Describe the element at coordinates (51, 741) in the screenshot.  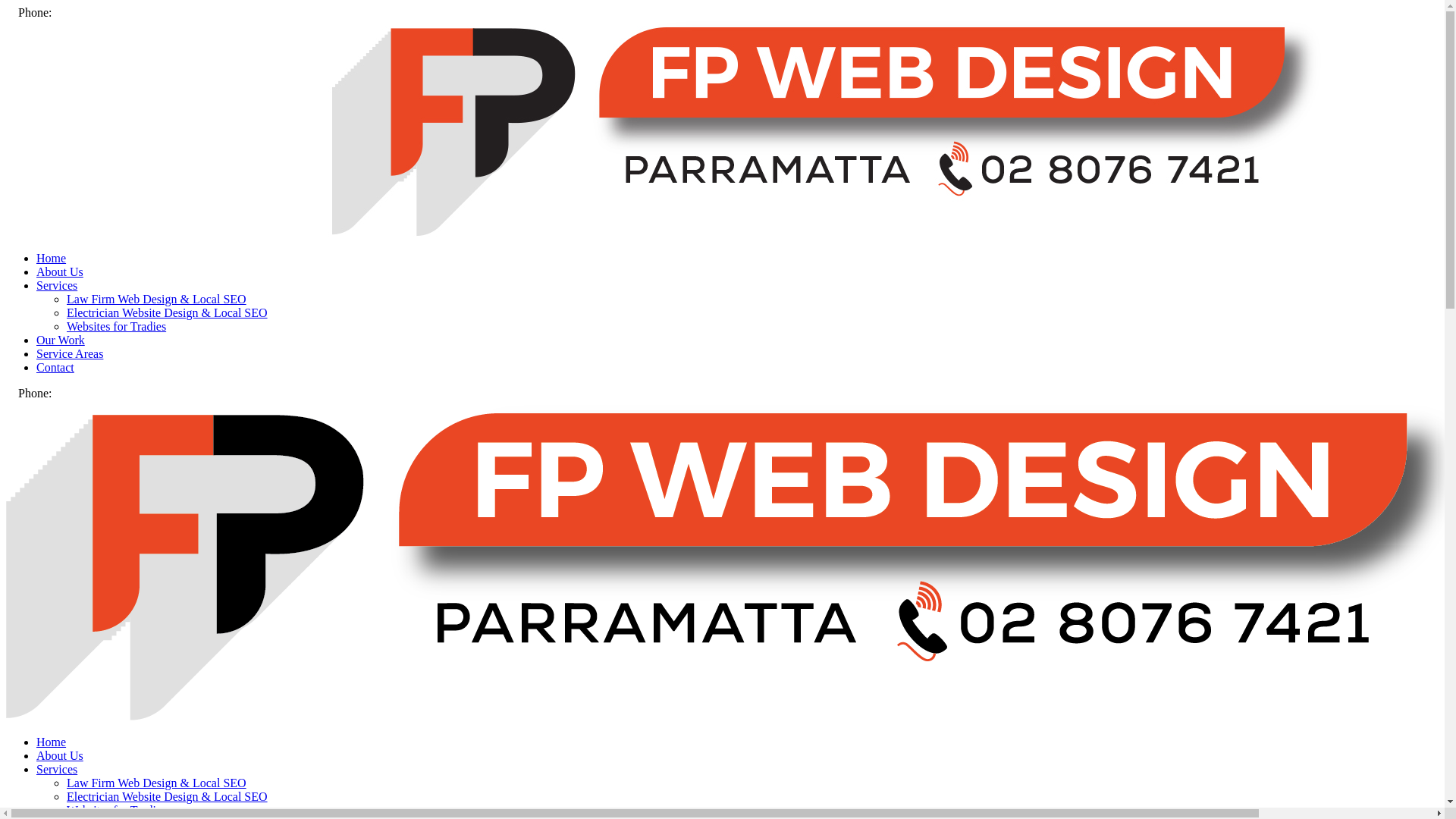
I see `'Home'` at that location.